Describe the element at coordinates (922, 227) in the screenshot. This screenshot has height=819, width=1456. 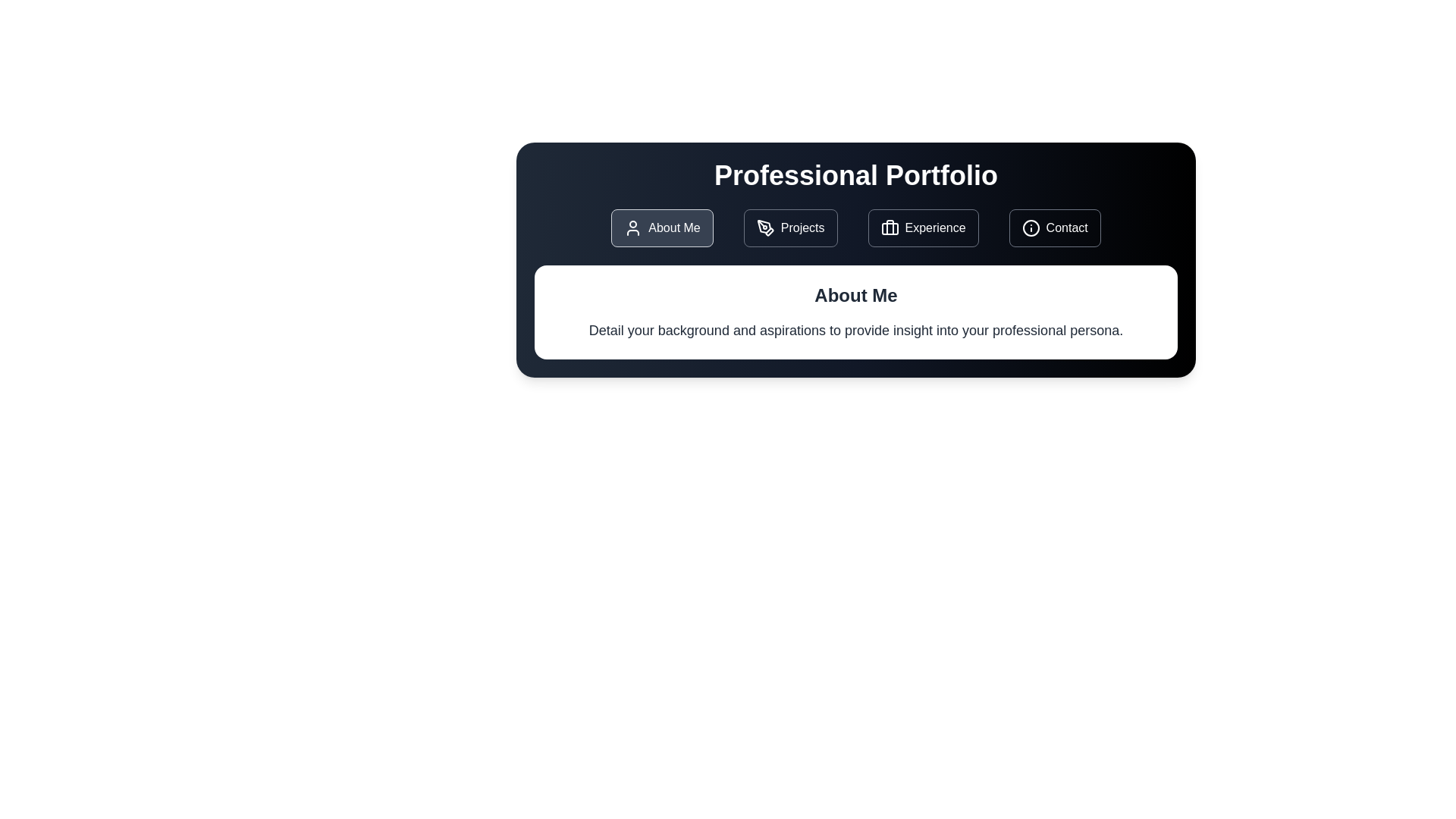
I see `the 'Experience' button in the navigation bar, which has a dark background and contains a briefcase icon` at that location.